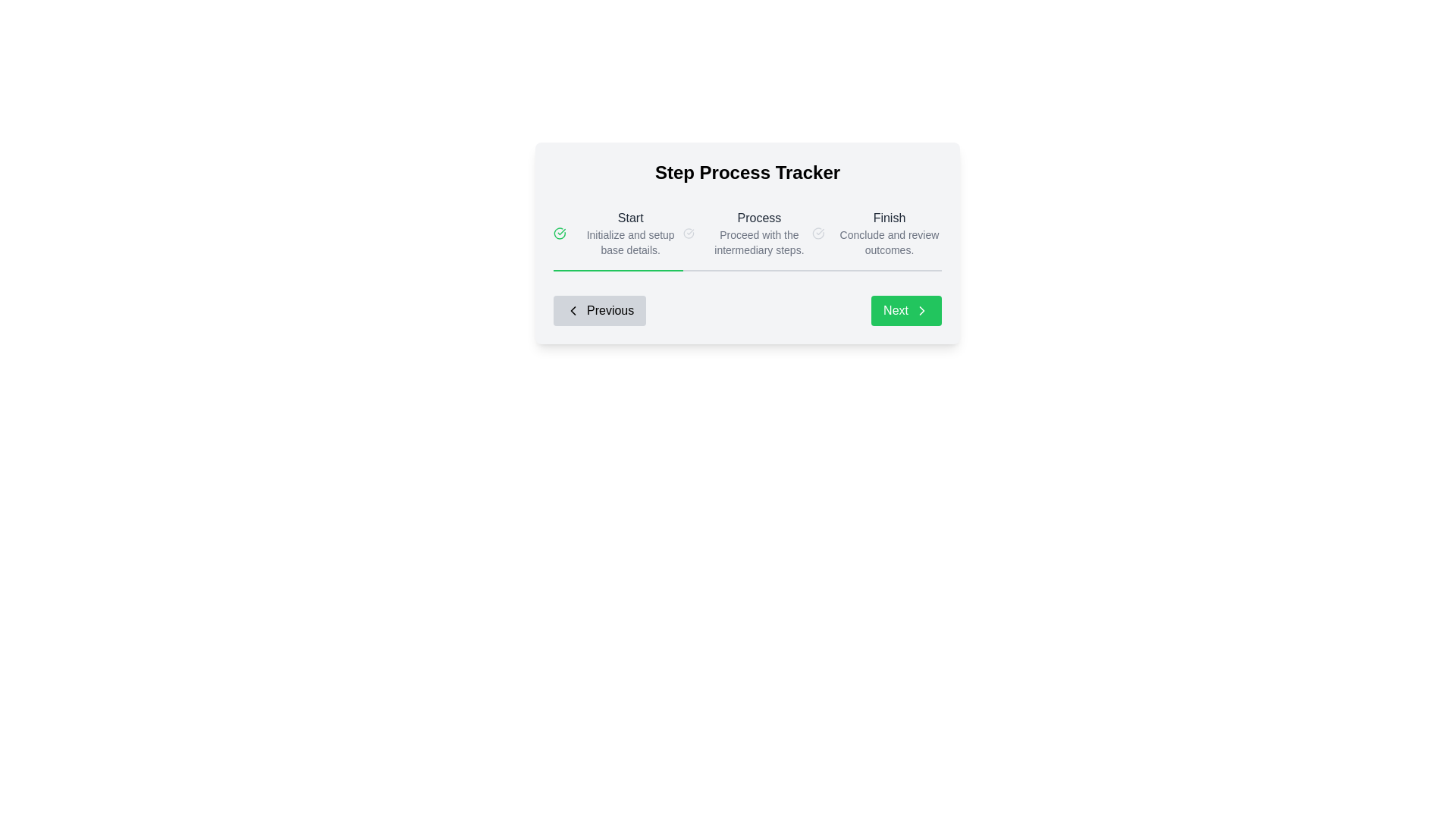 The image size is (1456, 819). I want to click on descriptive text label providing additional information about the 'Finish' step in the progress tracker, located below the 'Finish' header, so click(889, 242).